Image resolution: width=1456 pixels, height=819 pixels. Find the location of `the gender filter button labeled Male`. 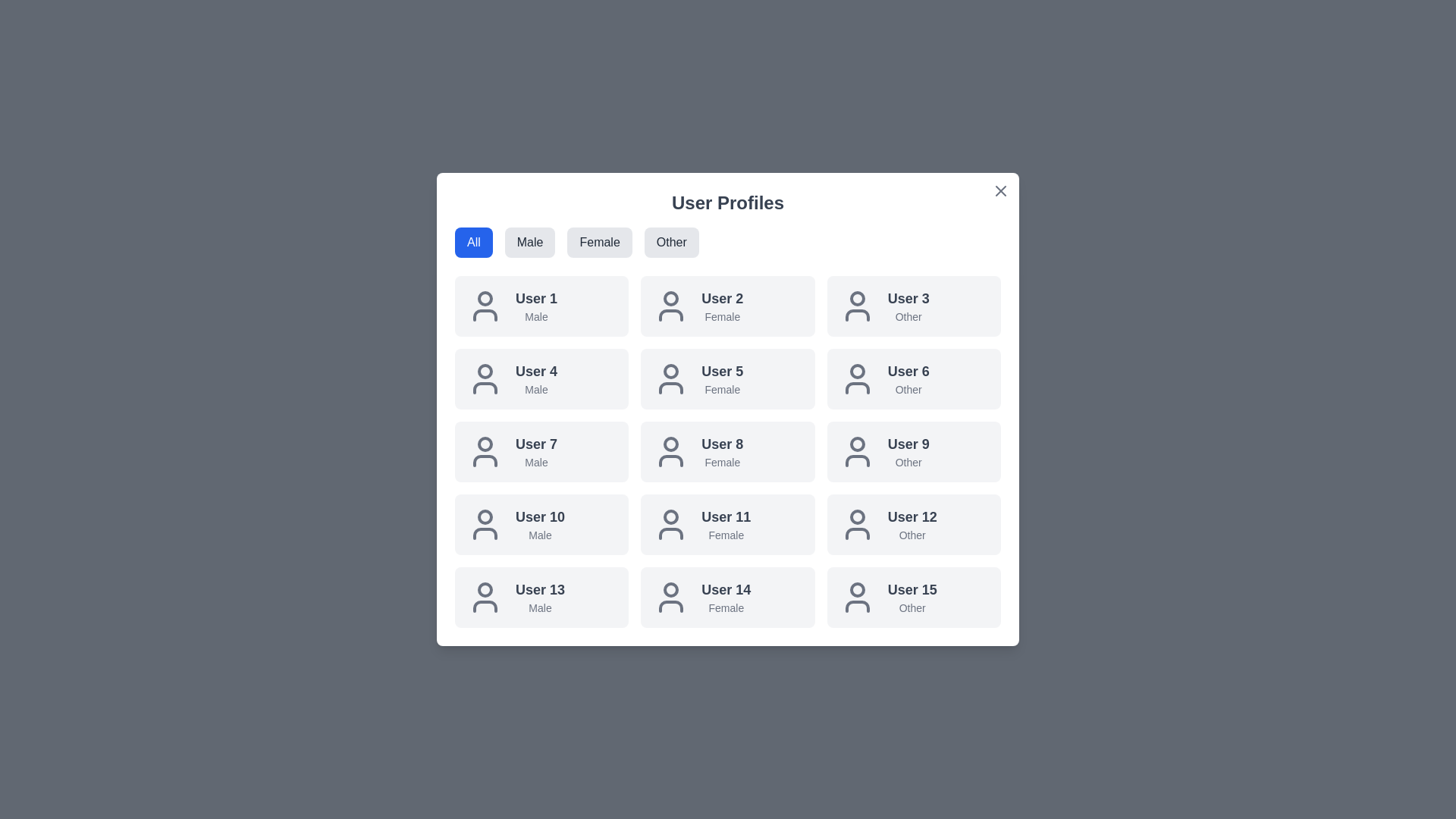

the gender filter button labeled Male is located at coordinates (530, 242).